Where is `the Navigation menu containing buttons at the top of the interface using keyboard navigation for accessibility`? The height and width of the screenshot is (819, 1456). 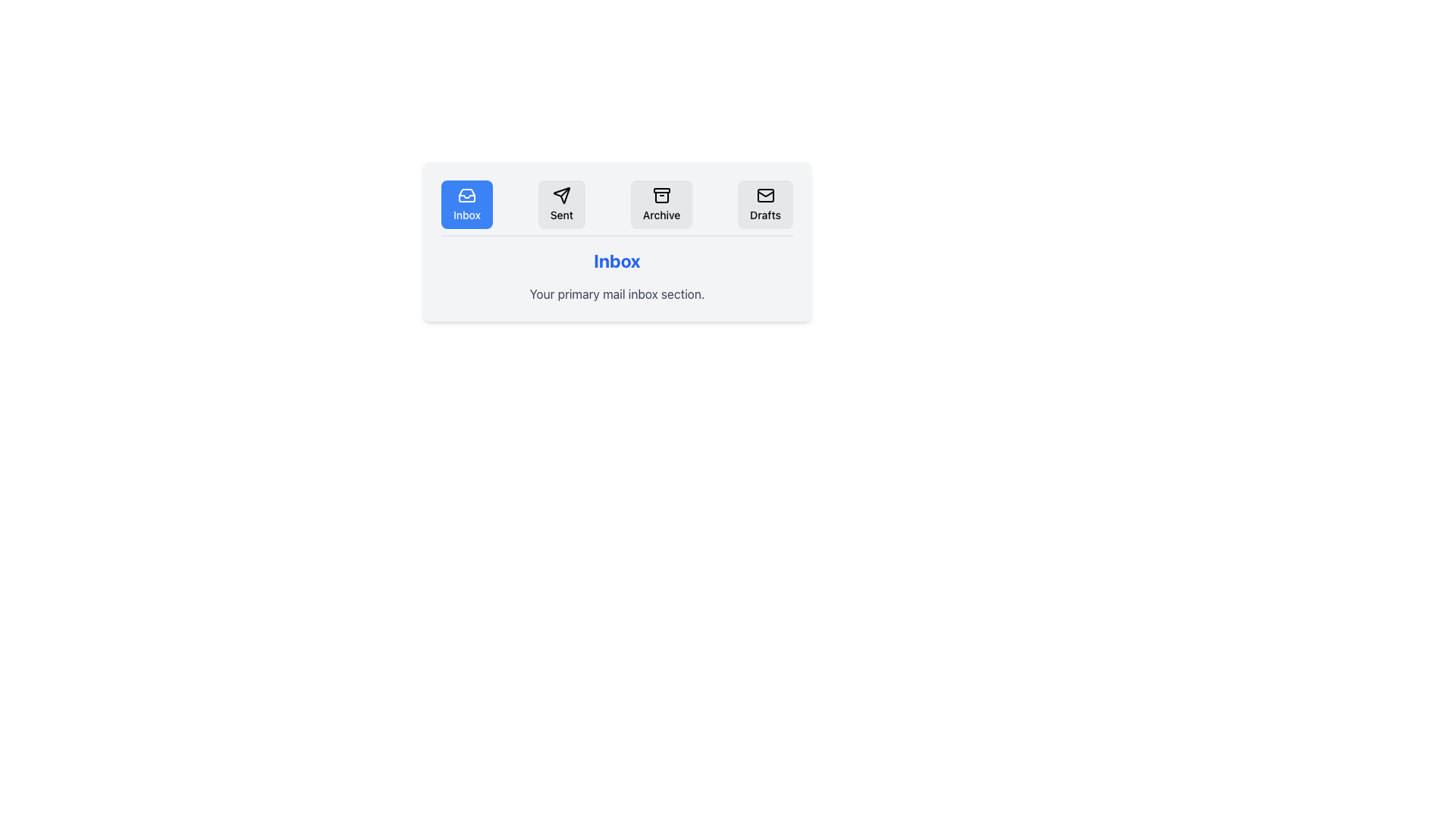
the Navigation menu containing buttons at the top of the interface using keyboard navigation for accessibility is located at coordinates (617, 208).